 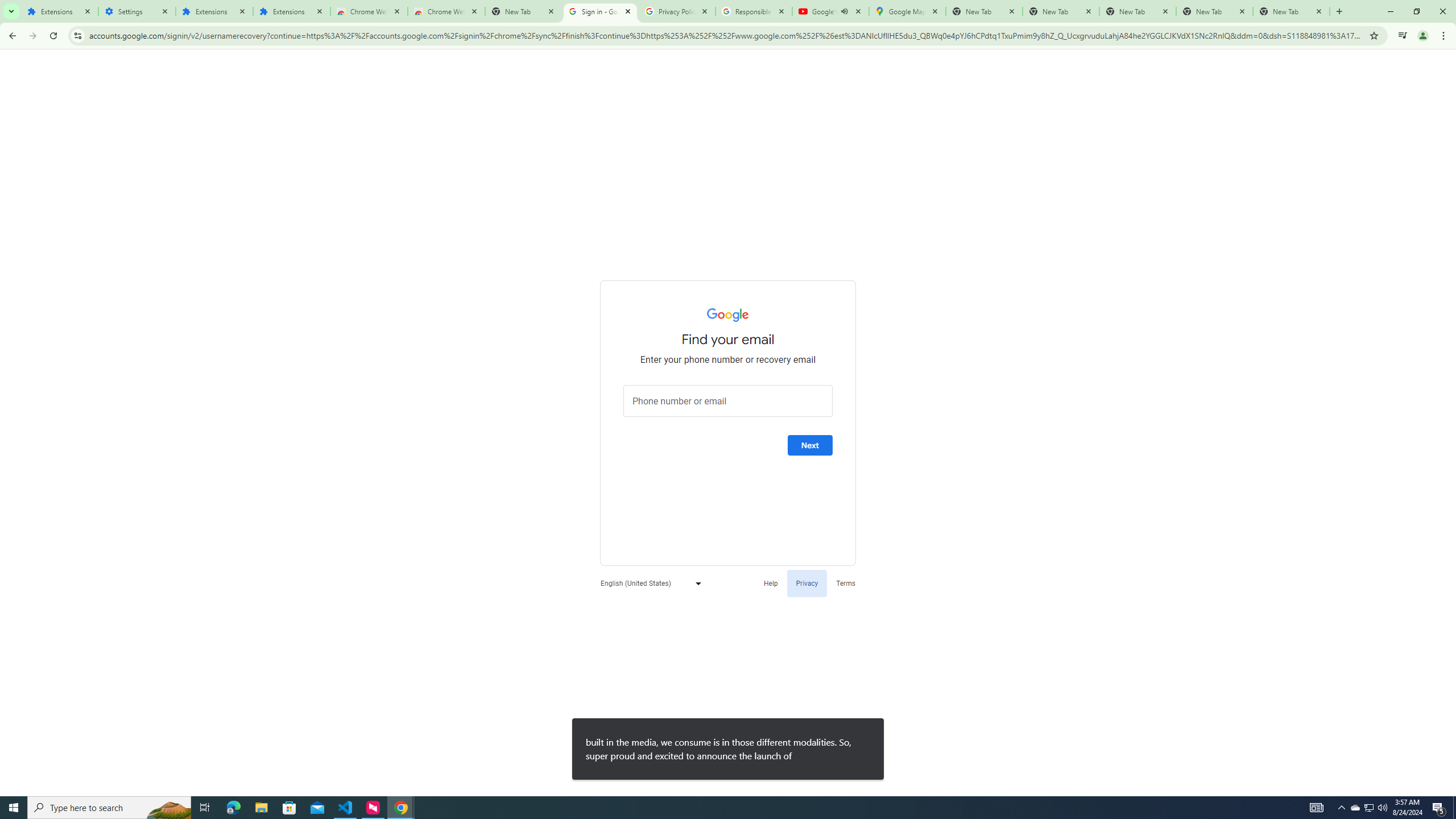 I want to click on 'Chrome Web Store - Themes', so click(x=446, y=11).